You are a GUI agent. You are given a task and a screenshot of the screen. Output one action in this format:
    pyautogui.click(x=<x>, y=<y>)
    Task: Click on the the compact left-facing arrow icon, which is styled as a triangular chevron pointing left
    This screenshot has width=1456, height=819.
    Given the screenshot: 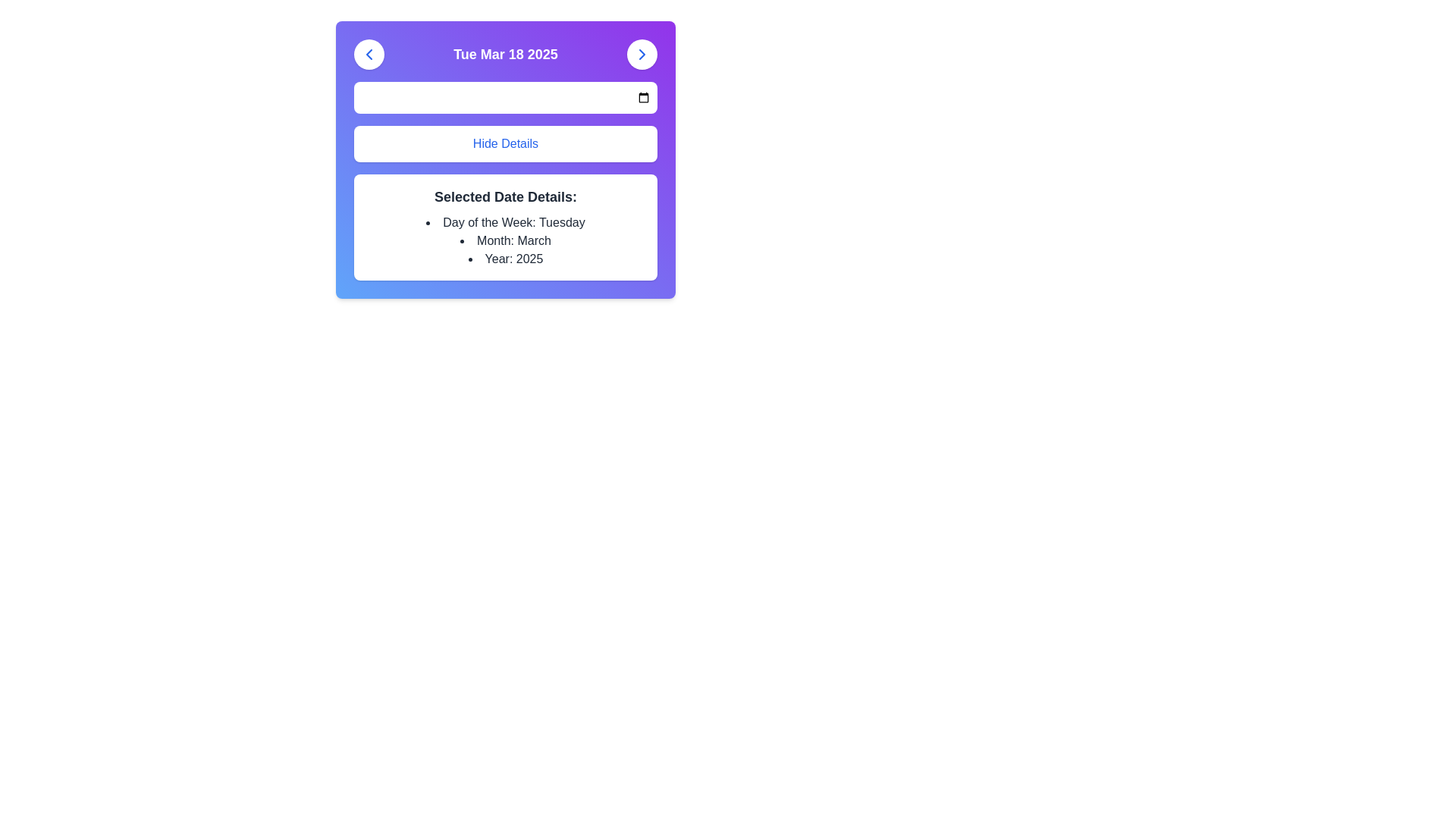 What is the action you would take?
    pyautogui.click(x=369, y=54)
    